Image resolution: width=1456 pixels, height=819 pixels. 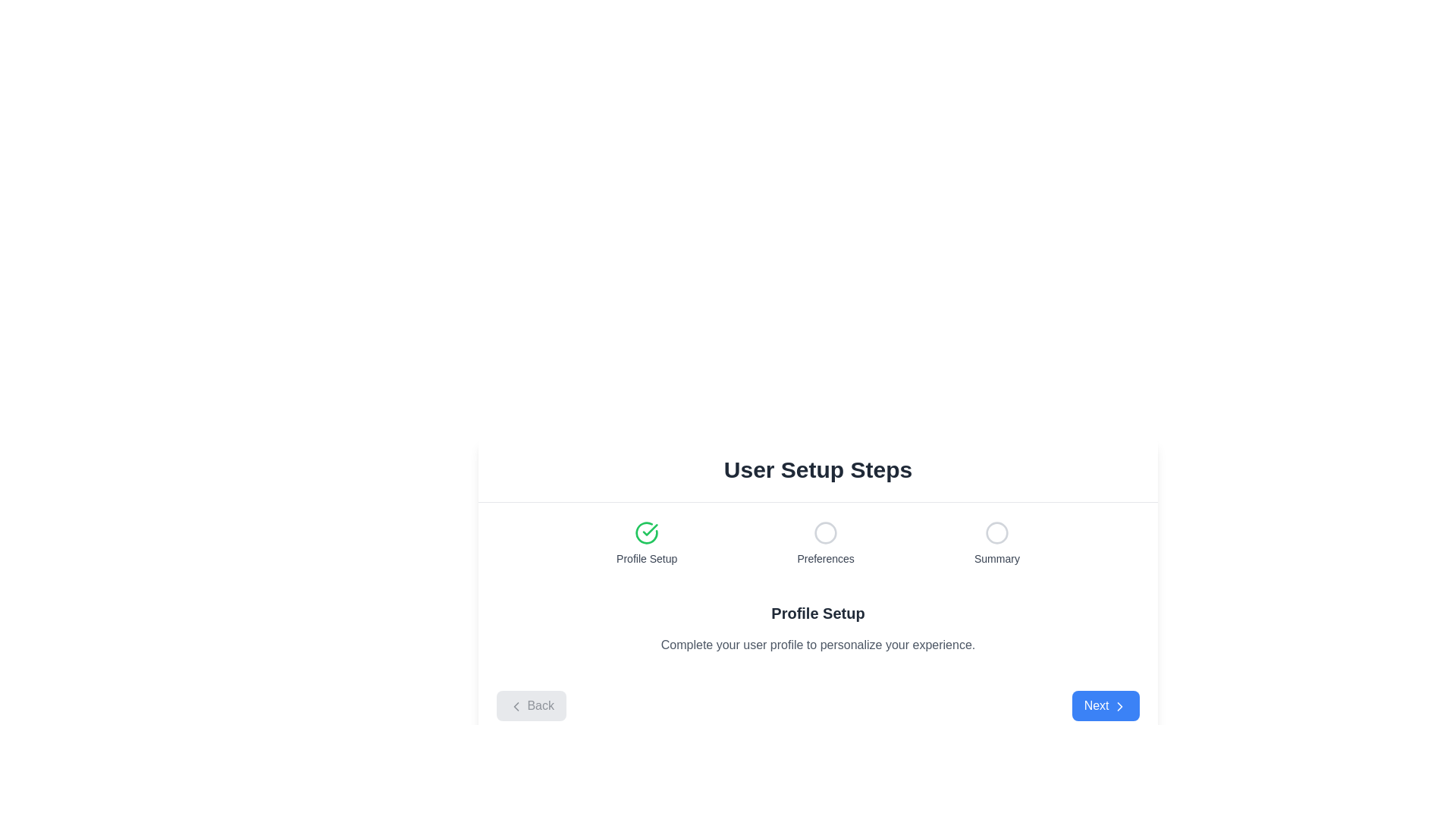 I want to click on the 'Profile Setup' informational display block, which features a bold title and a descriptive sentence, located below the user setup progress indicators, so click(x=817, y=629).